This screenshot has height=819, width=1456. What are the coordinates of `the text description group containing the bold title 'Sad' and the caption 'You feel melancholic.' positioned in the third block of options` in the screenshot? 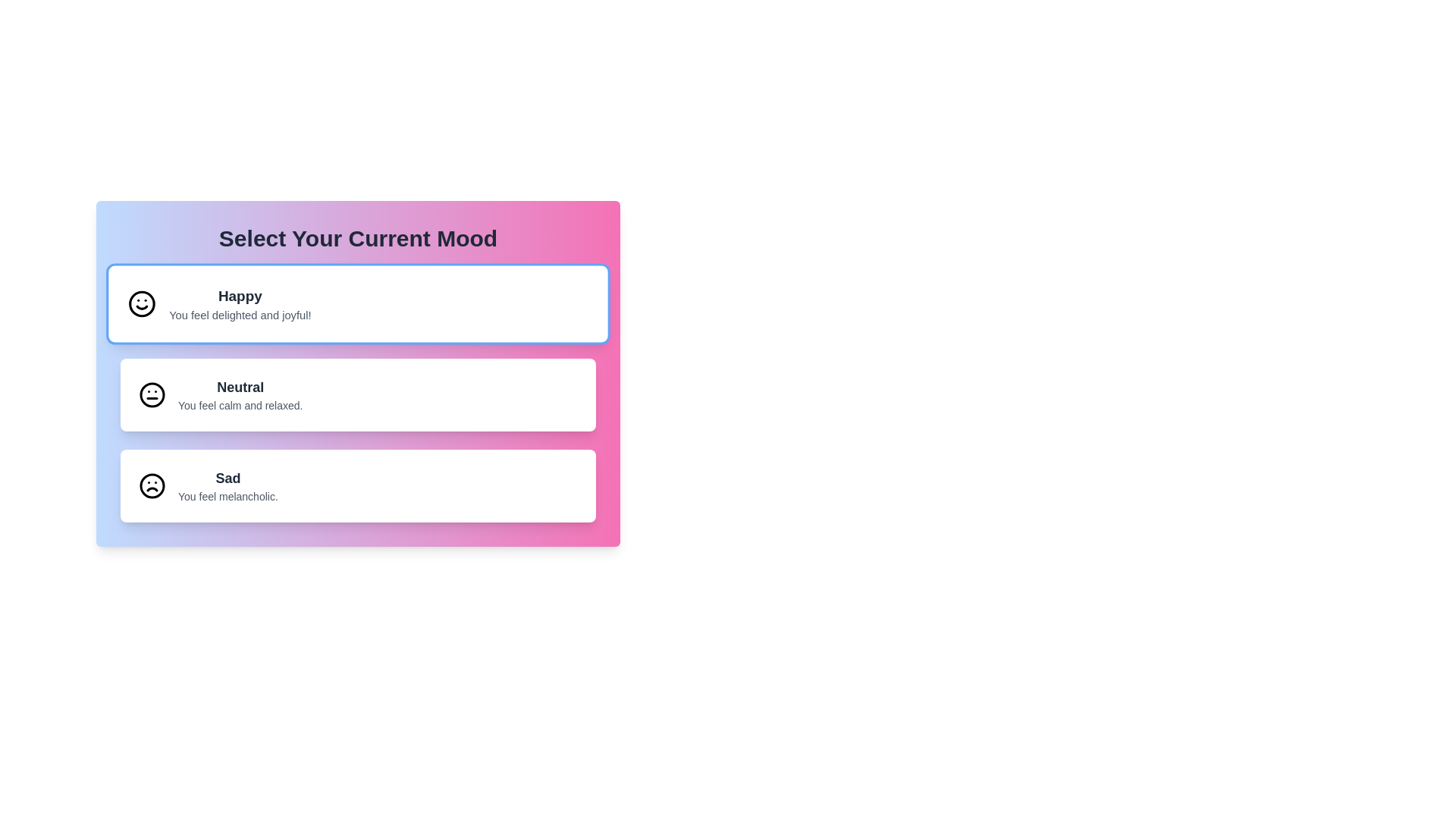 It's located at (227, 485).